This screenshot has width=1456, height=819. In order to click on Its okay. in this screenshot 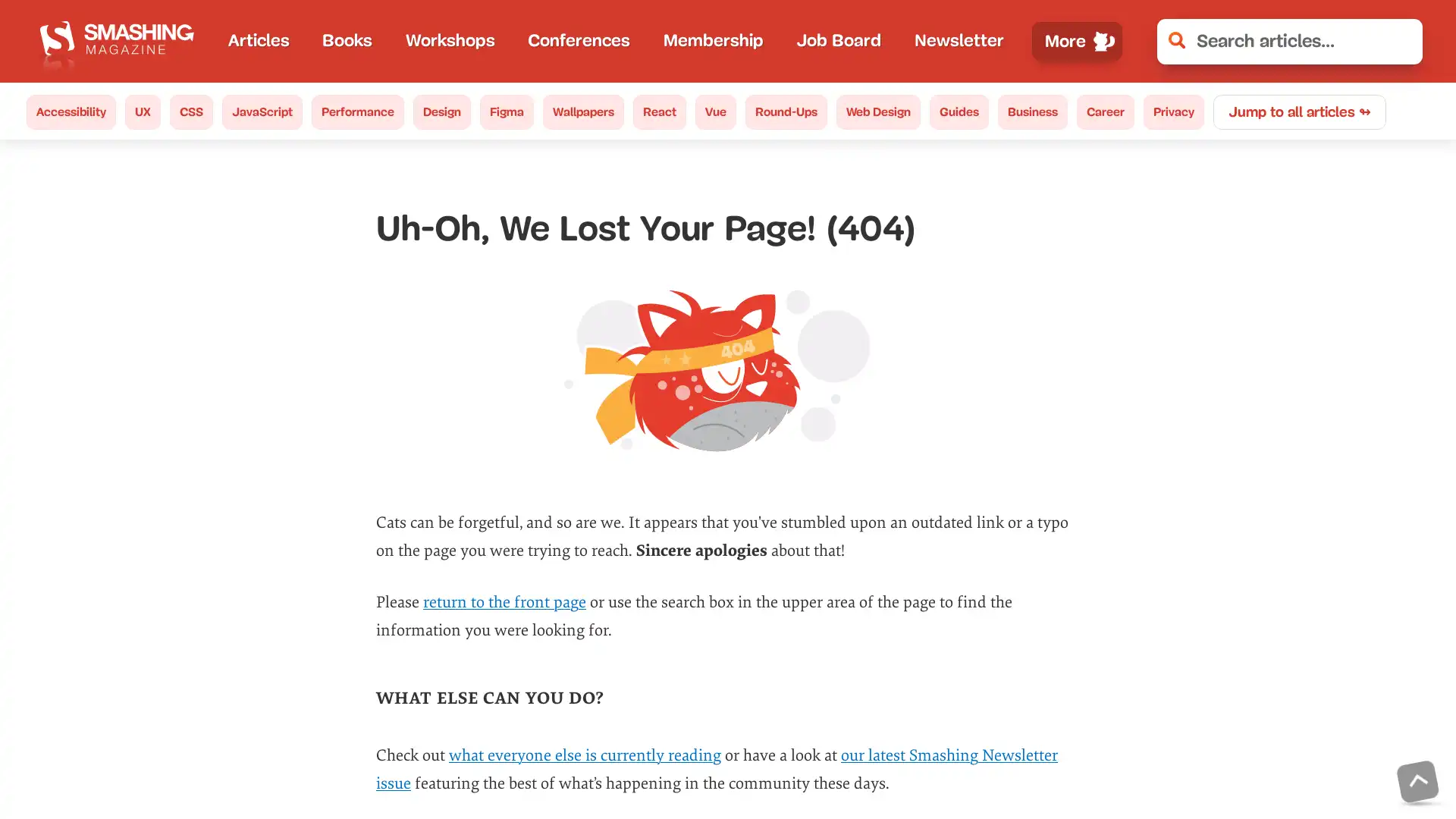, I will do `click(1329, 758)`.